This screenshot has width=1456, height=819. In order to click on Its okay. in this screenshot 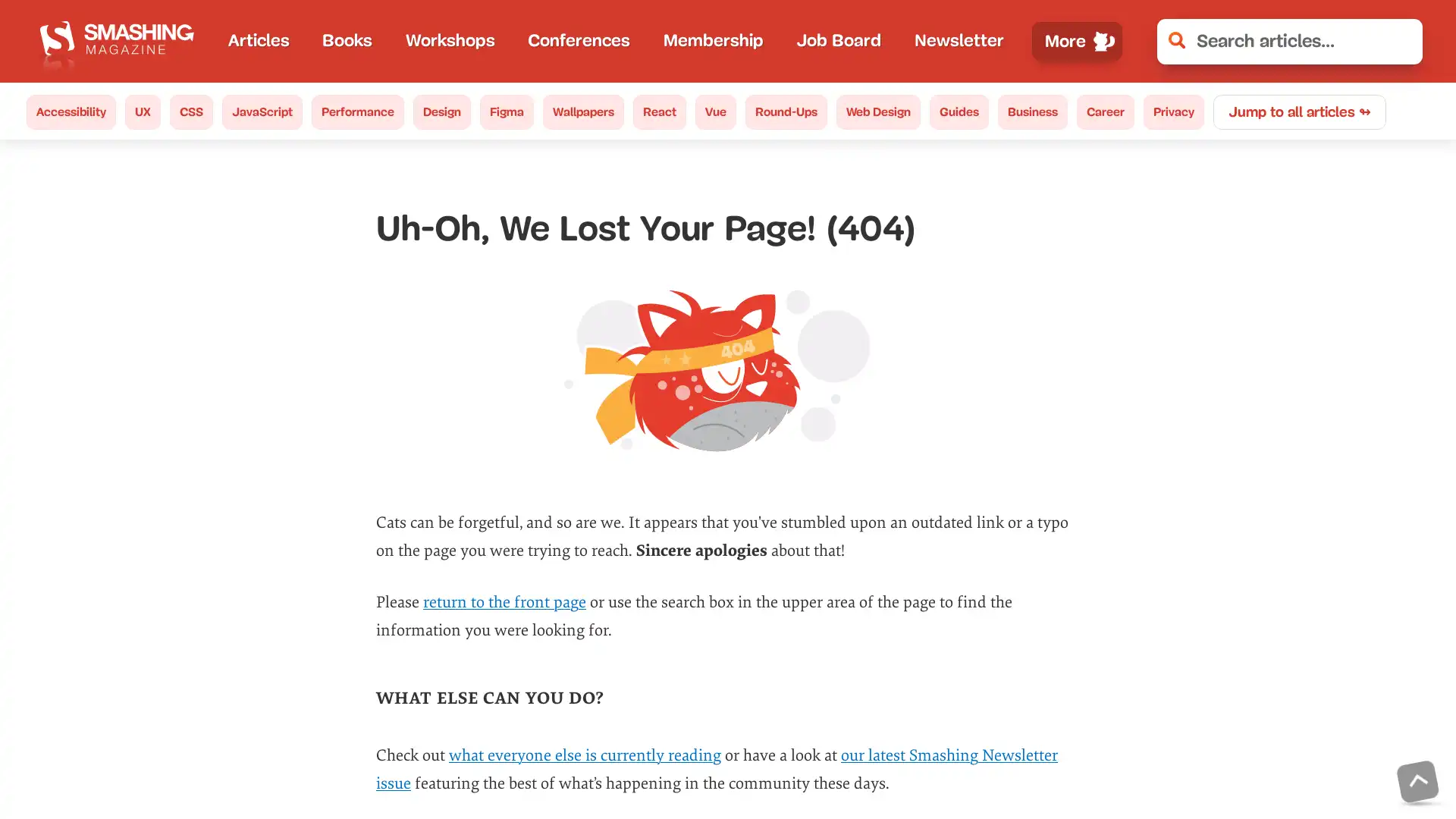, I will do `click(1329, 758)`.